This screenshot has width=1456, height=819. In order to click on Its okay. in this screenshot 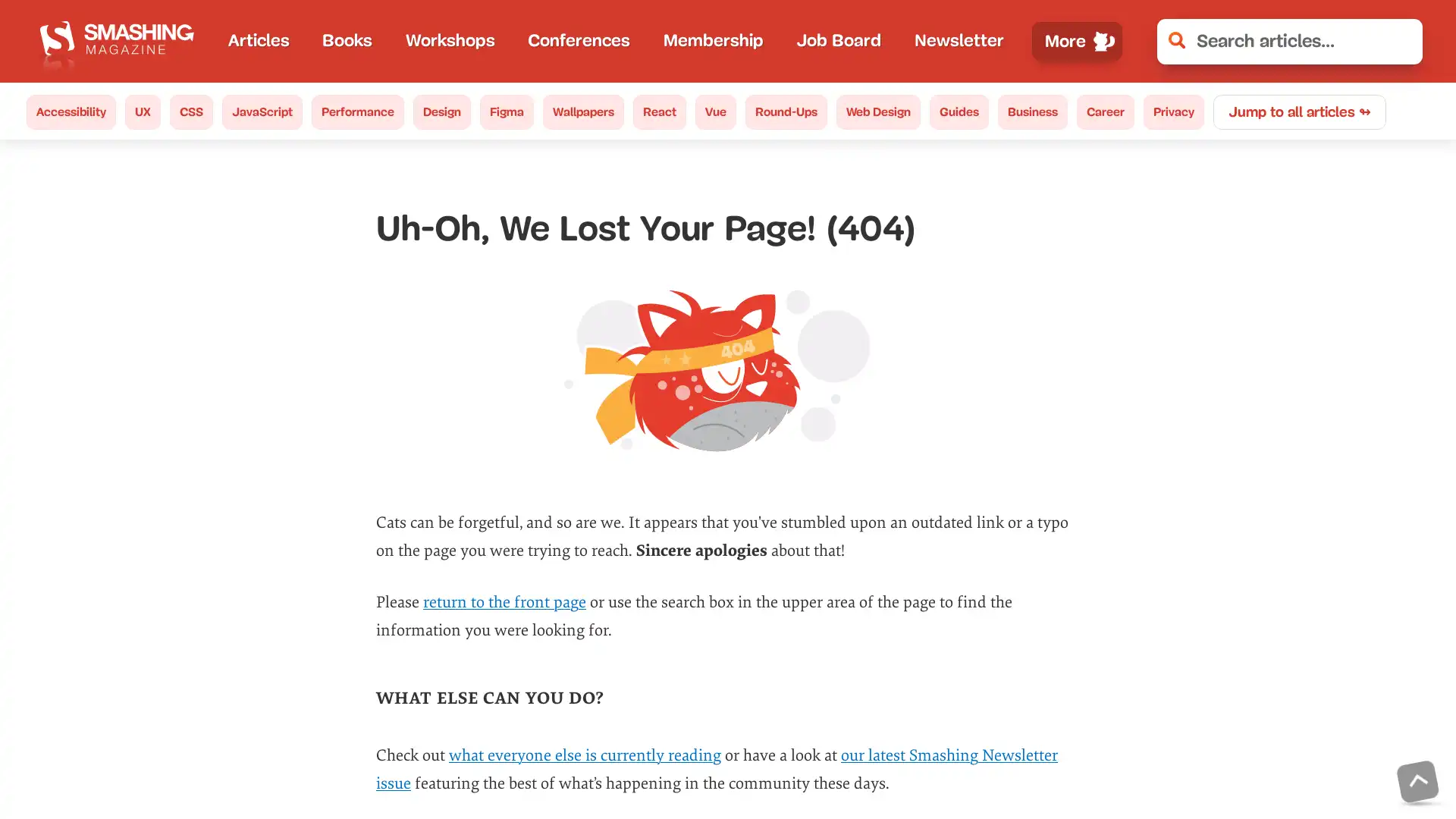, I will do `click(1329, 758)`.